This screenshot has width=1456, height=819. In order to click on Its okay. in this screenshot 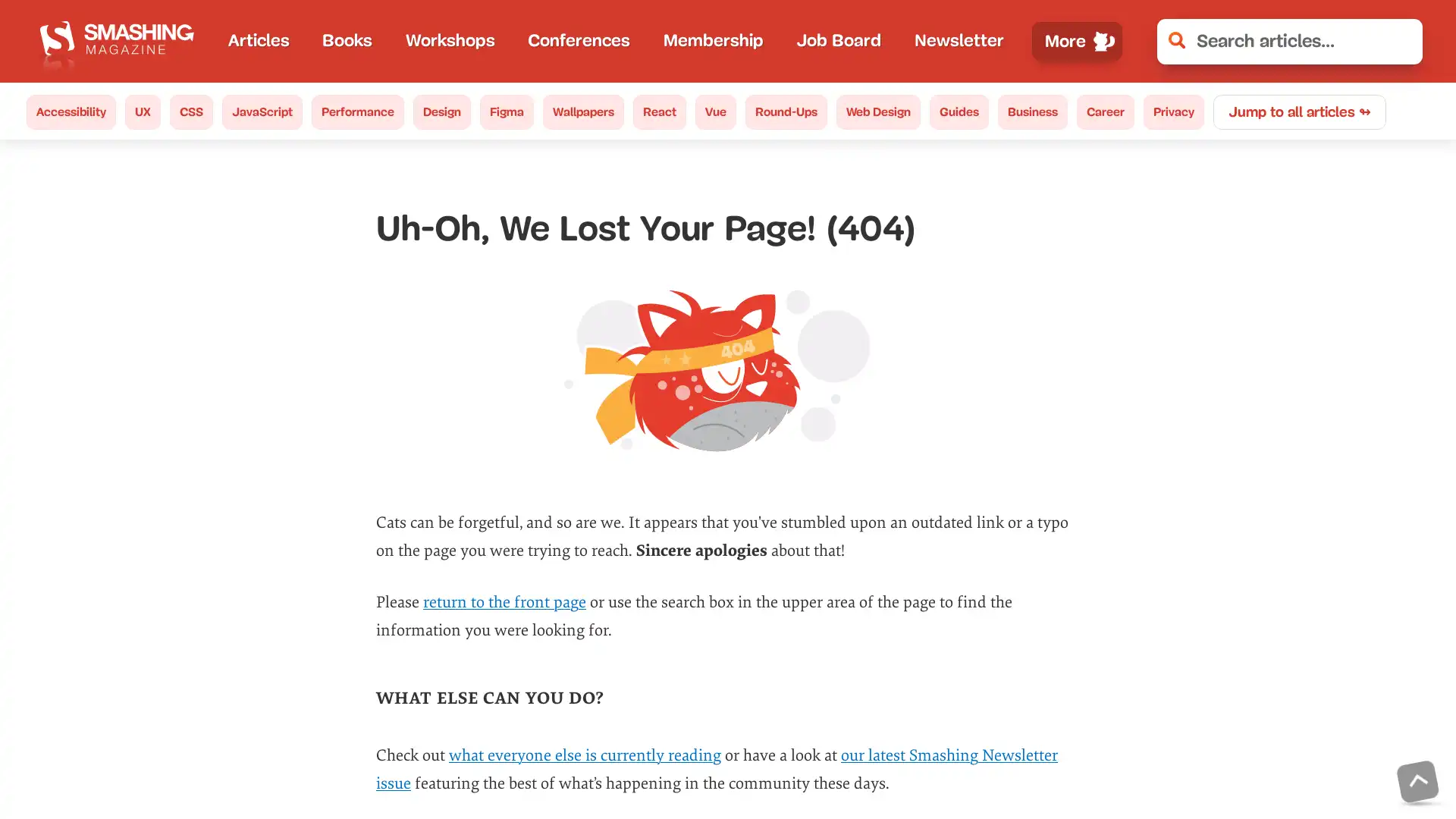, I will do `click(1329, 758)`.